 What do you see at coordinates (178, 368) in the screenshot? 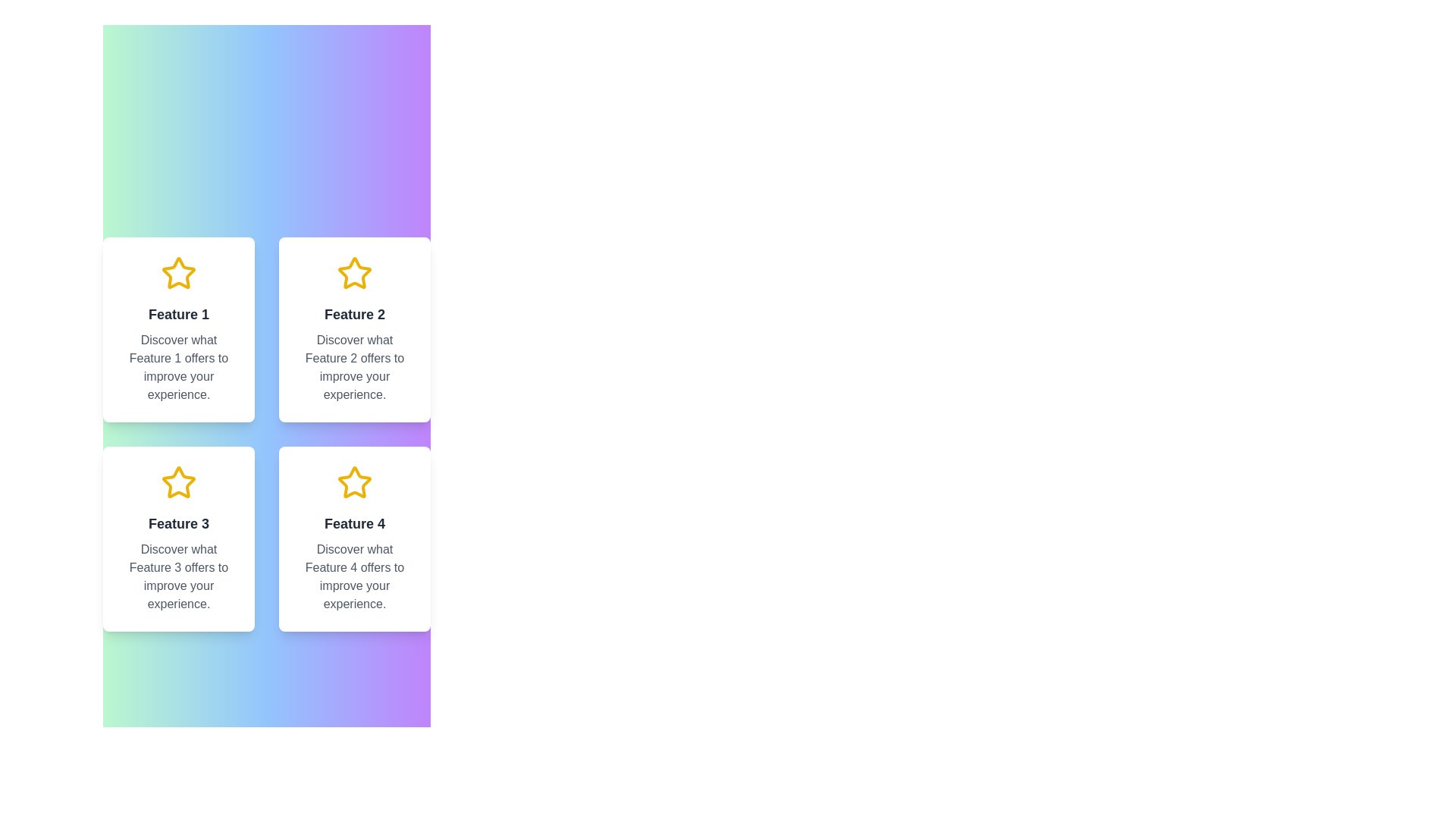
I see `text block that contains the content 'Discover what Feature 1 offers to improve your experience.' which is styled with a gray font color and centered alignment, located within the card labeled 'Feature 1'` at bounding box center [178, 368].